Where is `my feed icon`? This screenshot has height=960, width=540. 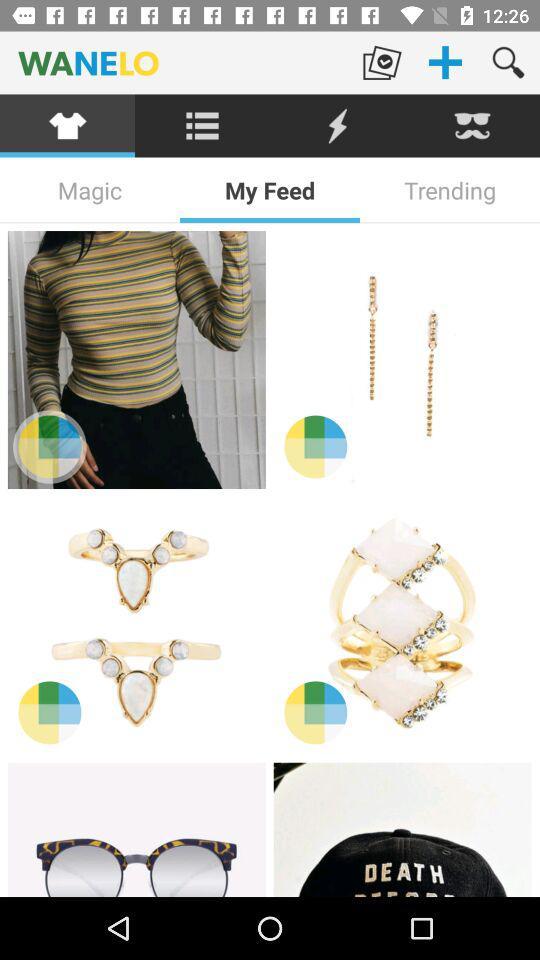
my feed icon is located at coordinates (270, 190).